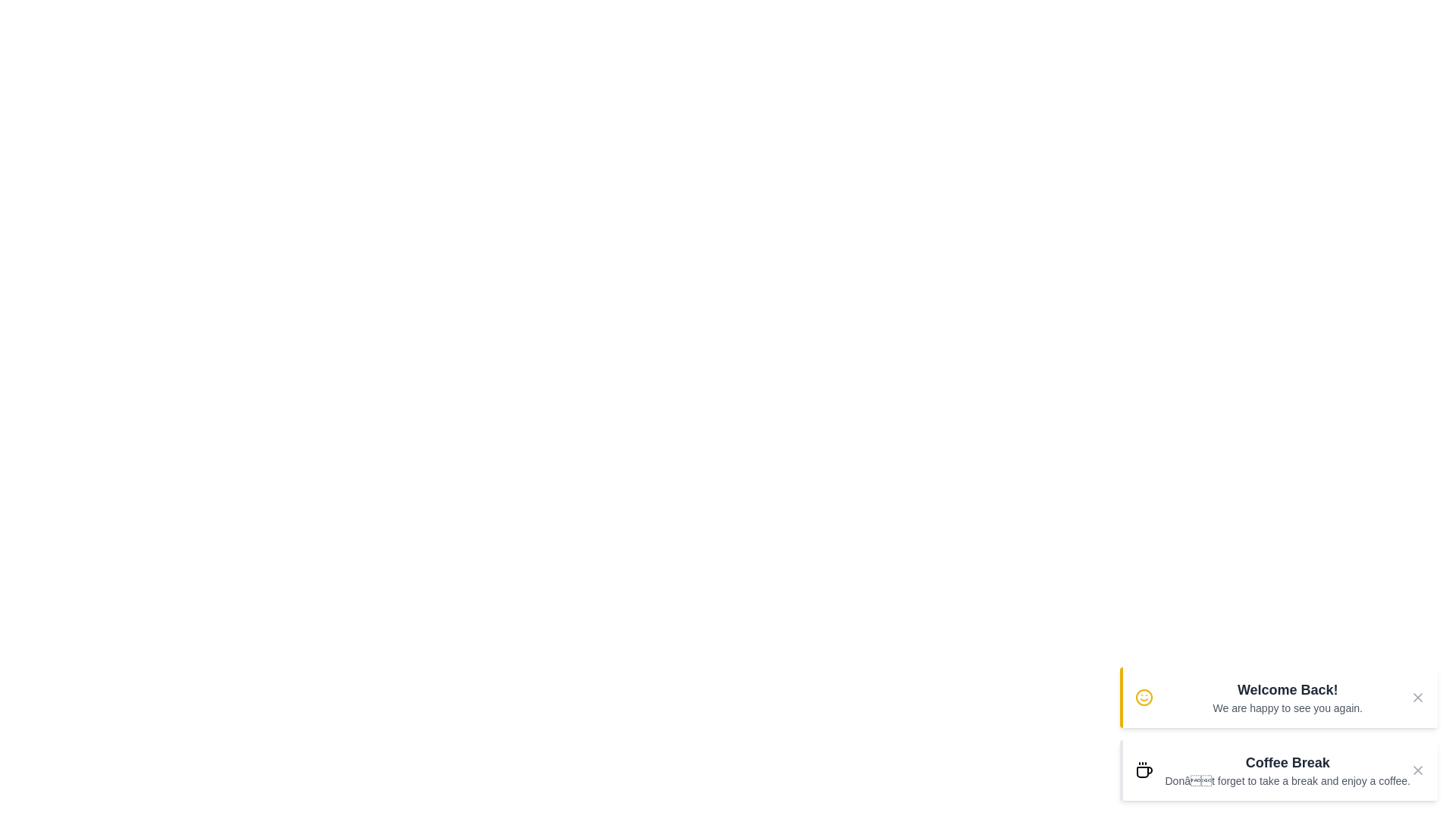 The width and height of the screenshot is (1456, 819). I want to click on the notification to observe any visual changes, so click(1277, 698).